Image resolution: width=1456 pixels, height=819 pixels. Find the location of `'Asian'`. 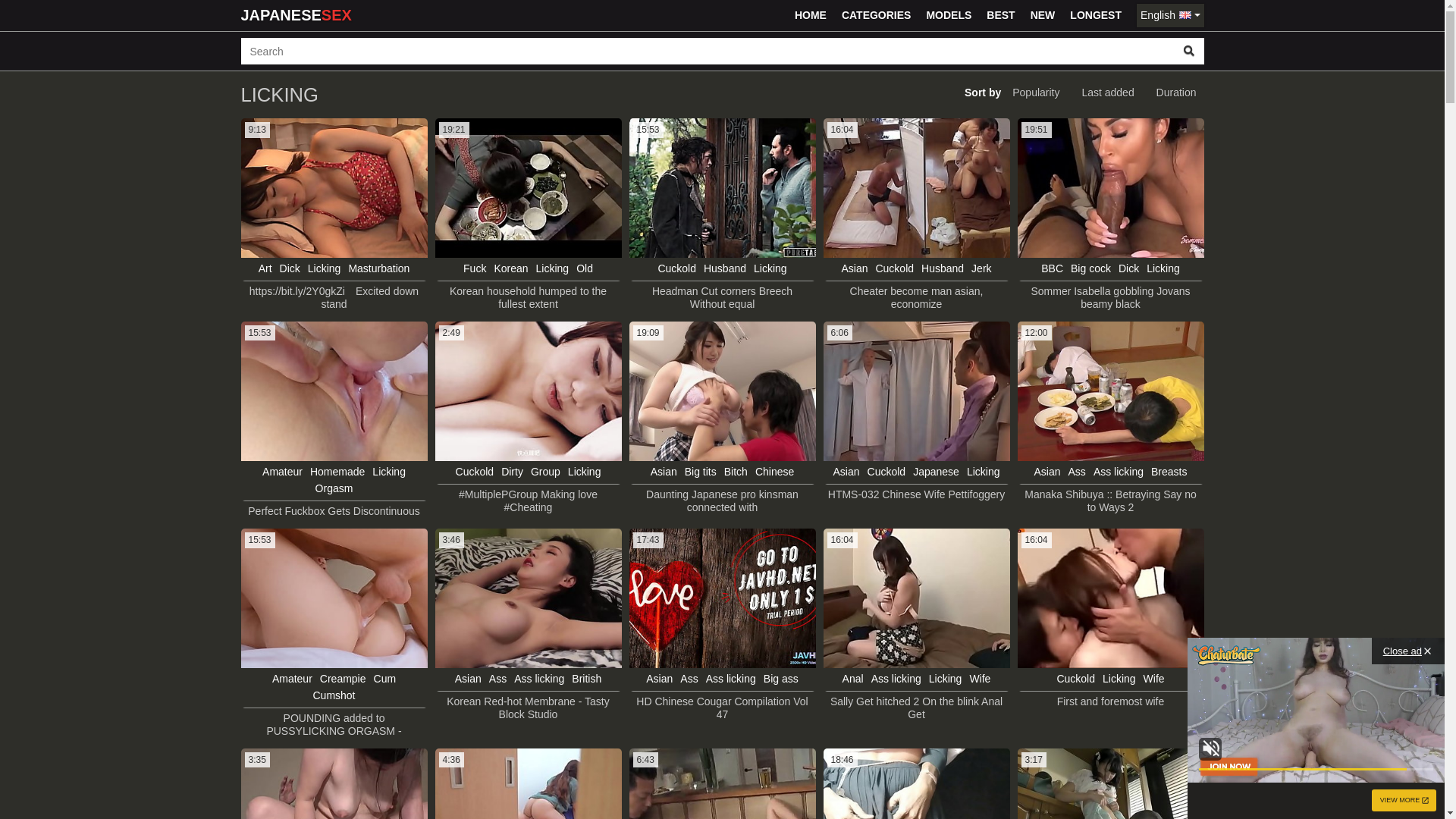

'Asian' is located at coordinates (839, 268).